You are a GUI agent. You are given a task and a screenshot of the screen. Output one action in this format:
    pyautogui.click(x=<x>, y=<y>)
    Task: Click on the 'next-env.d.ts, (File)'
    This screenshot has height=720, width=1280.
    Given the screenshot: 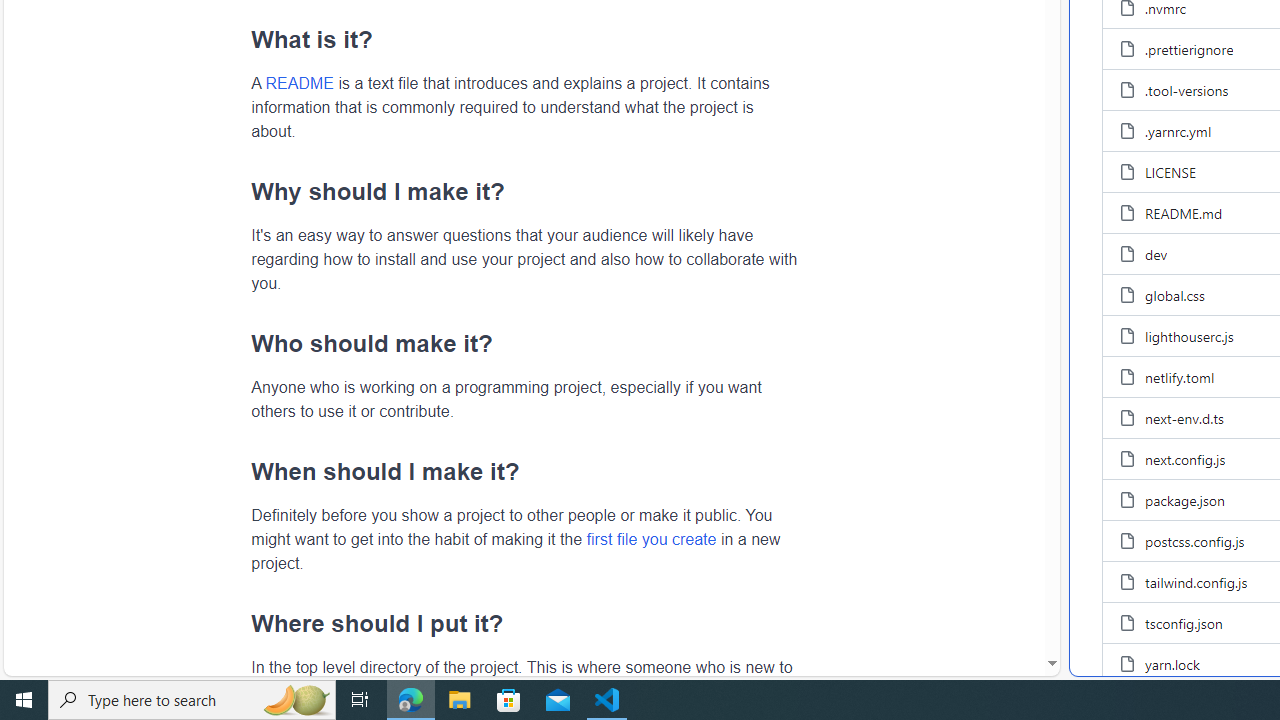 What is the action you would take?
    pyautogui.click(x=1184, y=416)
    